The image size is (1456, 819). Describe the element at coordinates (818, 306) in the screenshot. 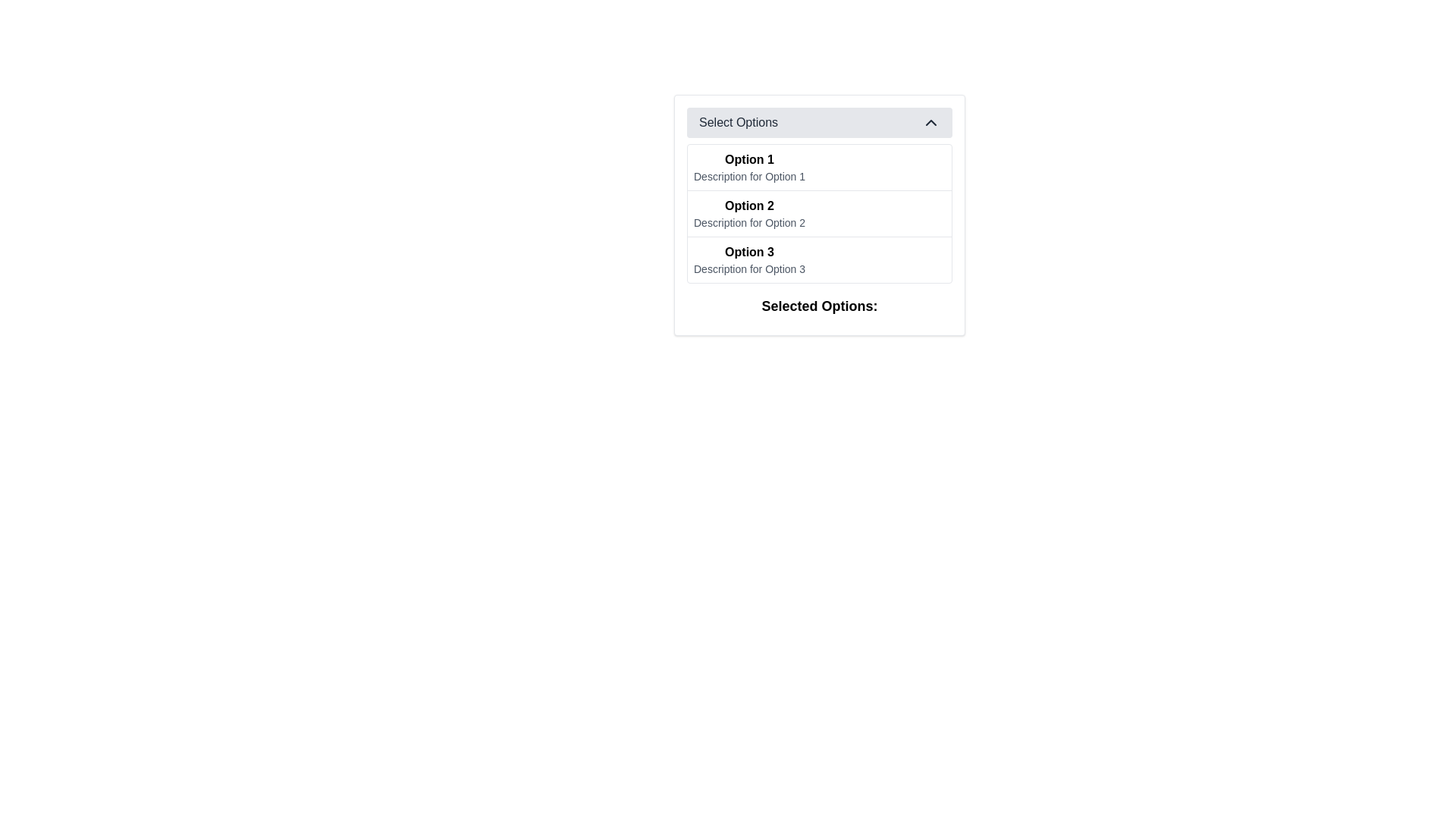

I see `the text label element located at the bottom of the bordered white box, which indicates the selected options from the above list` at that location.